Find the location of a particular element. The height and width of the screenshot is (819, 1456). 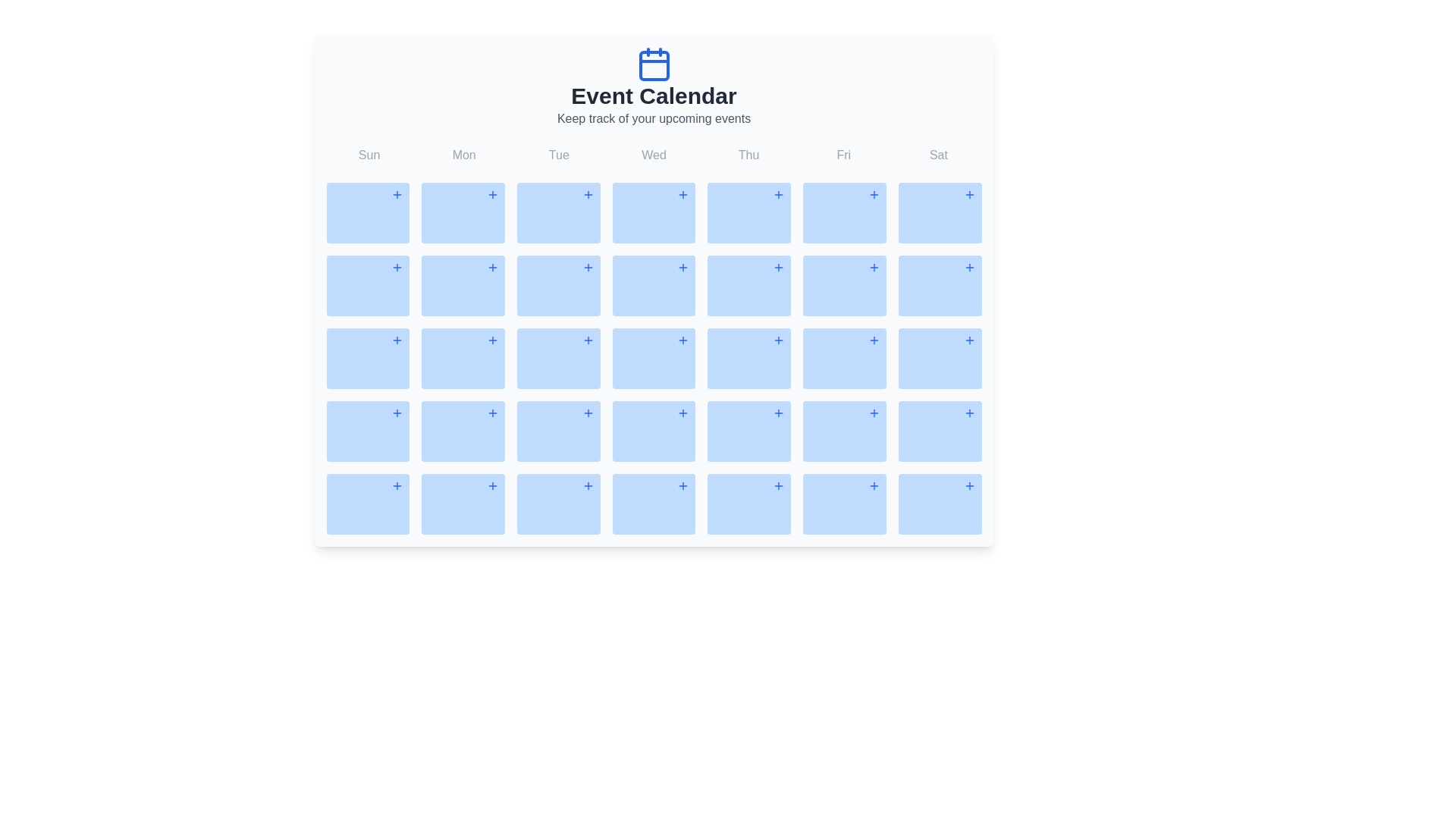

the button located in the top-right corner of the day cell under 'Thursday' to change its color is located at coordinates (779, 194).